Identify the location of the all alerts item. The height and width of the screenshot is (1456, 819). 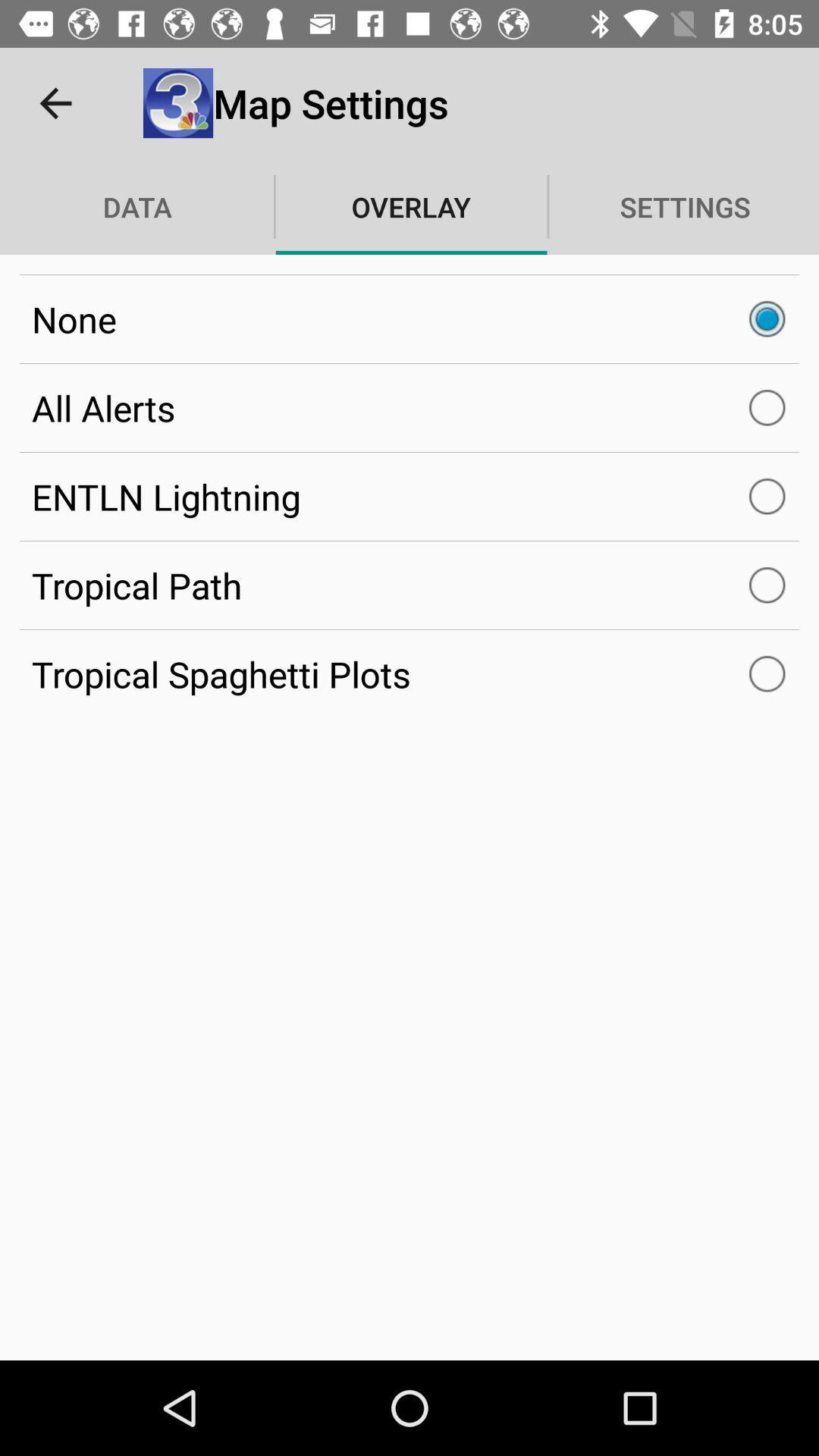
(409, 408).